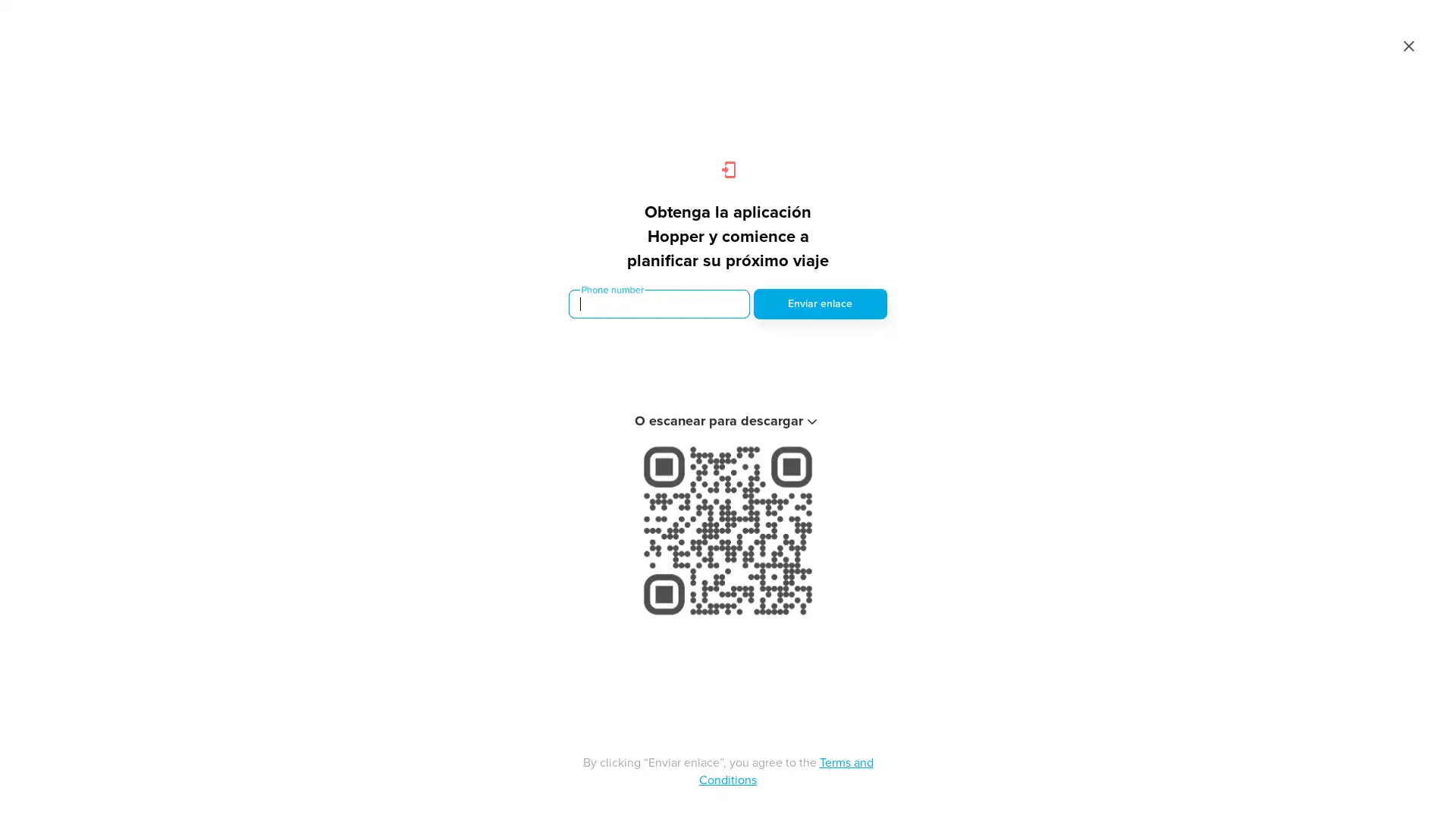  Describe the element at coordinates (819, 304) in the screenshot. I see `Enviar enlace` at that location.